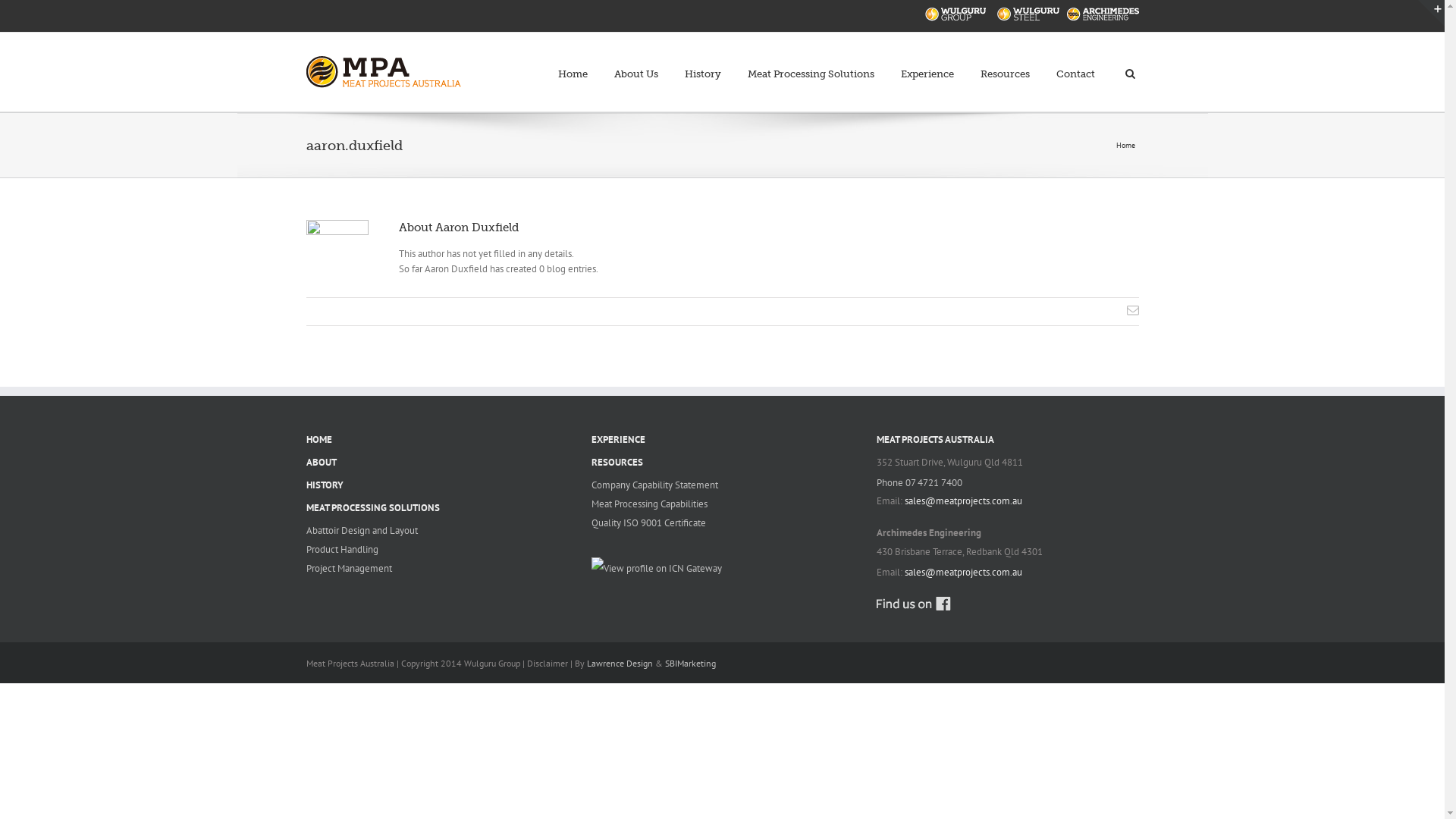 This screenshot has height=819, width=1456. What do you see at coordinates (636, 64) in the screenshot?
I see `'About Us'` at bounding box center [636, 64].